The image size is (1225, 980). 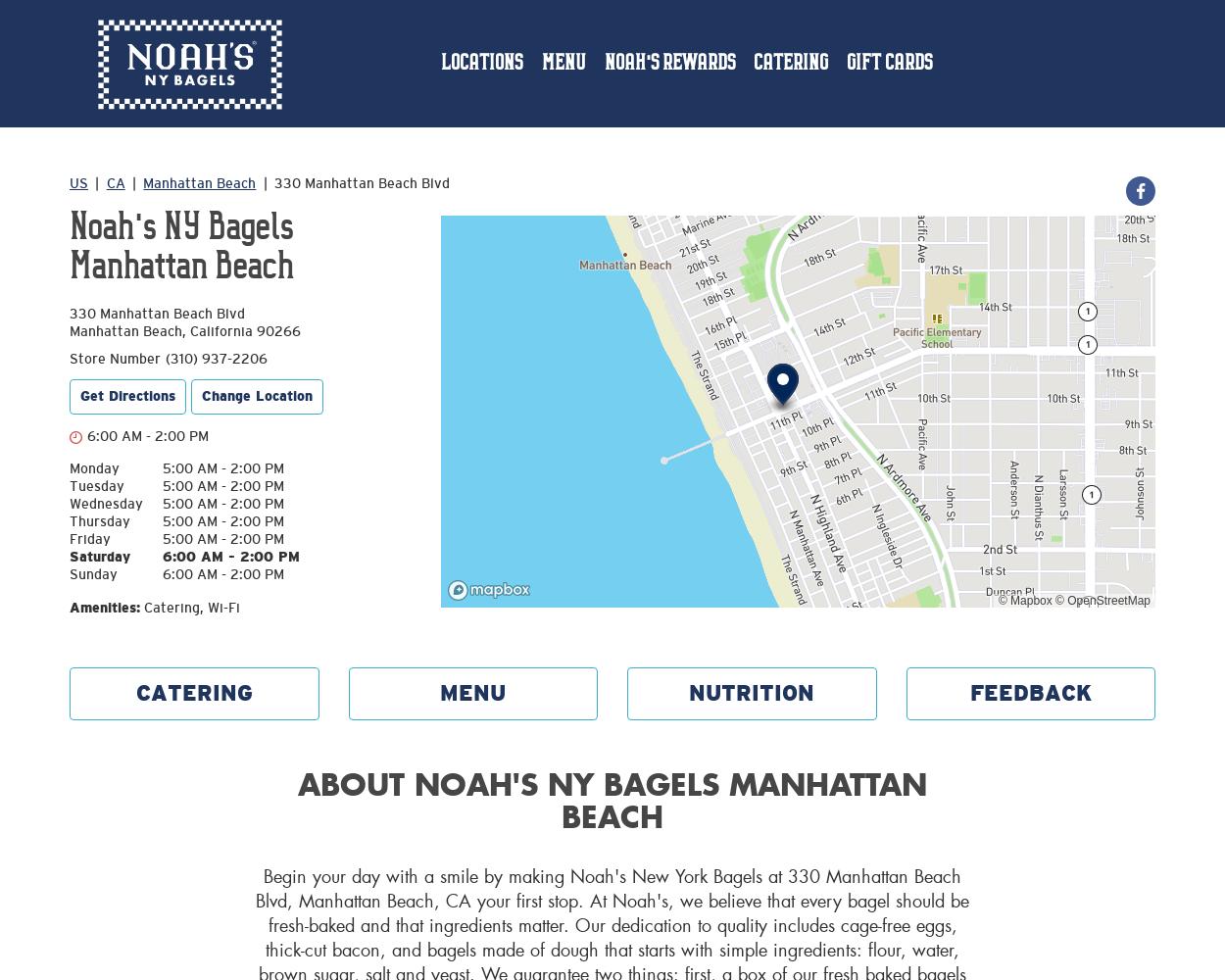 I want to click on 'NUTRITION', so click(x=752, y=693).